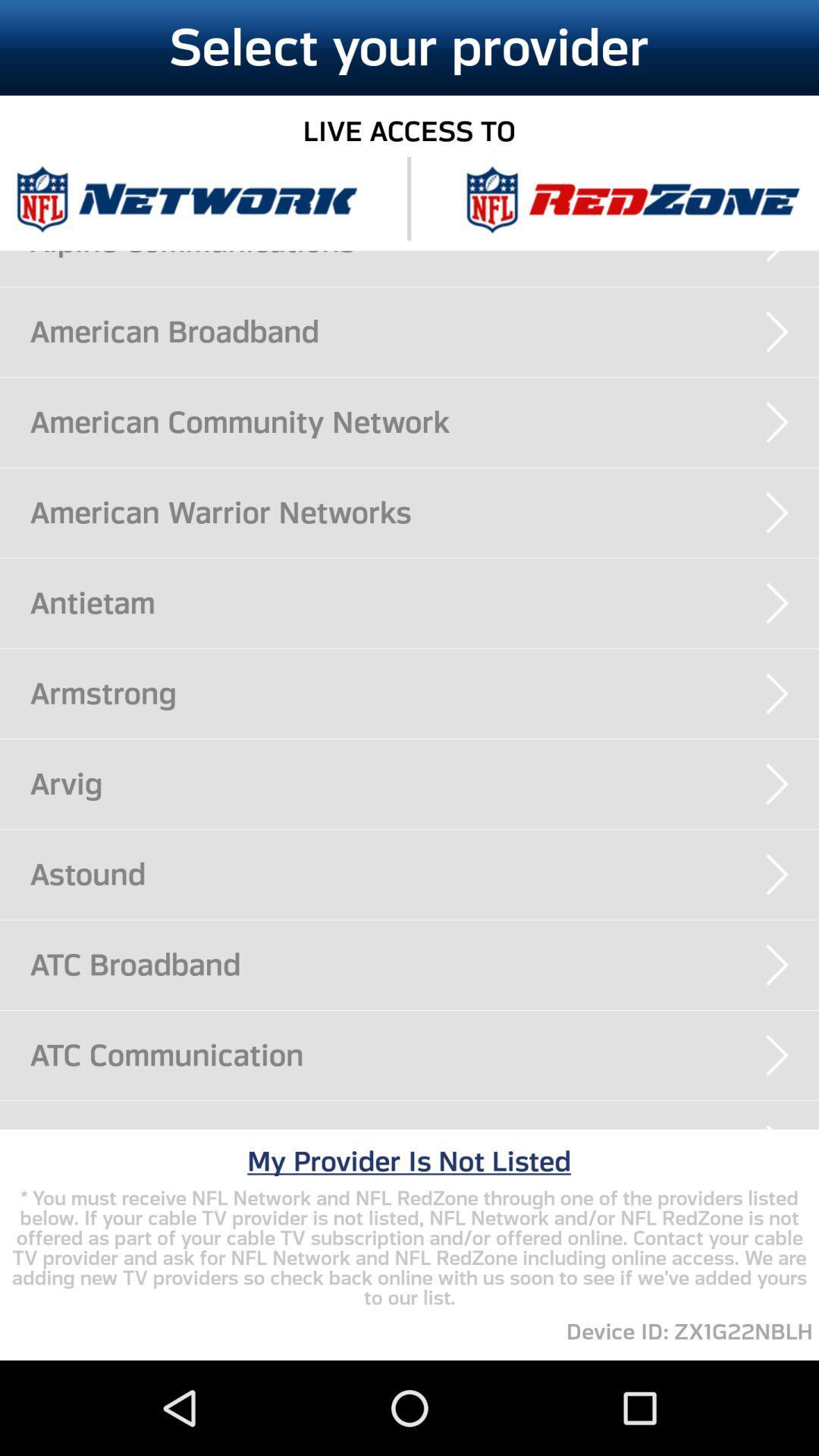 Image resolution: width=819 pixels, height=1456 pixels. Describe the element at coordinates (424, 964) in the screenshot. I see `atc broadband item` at that location.